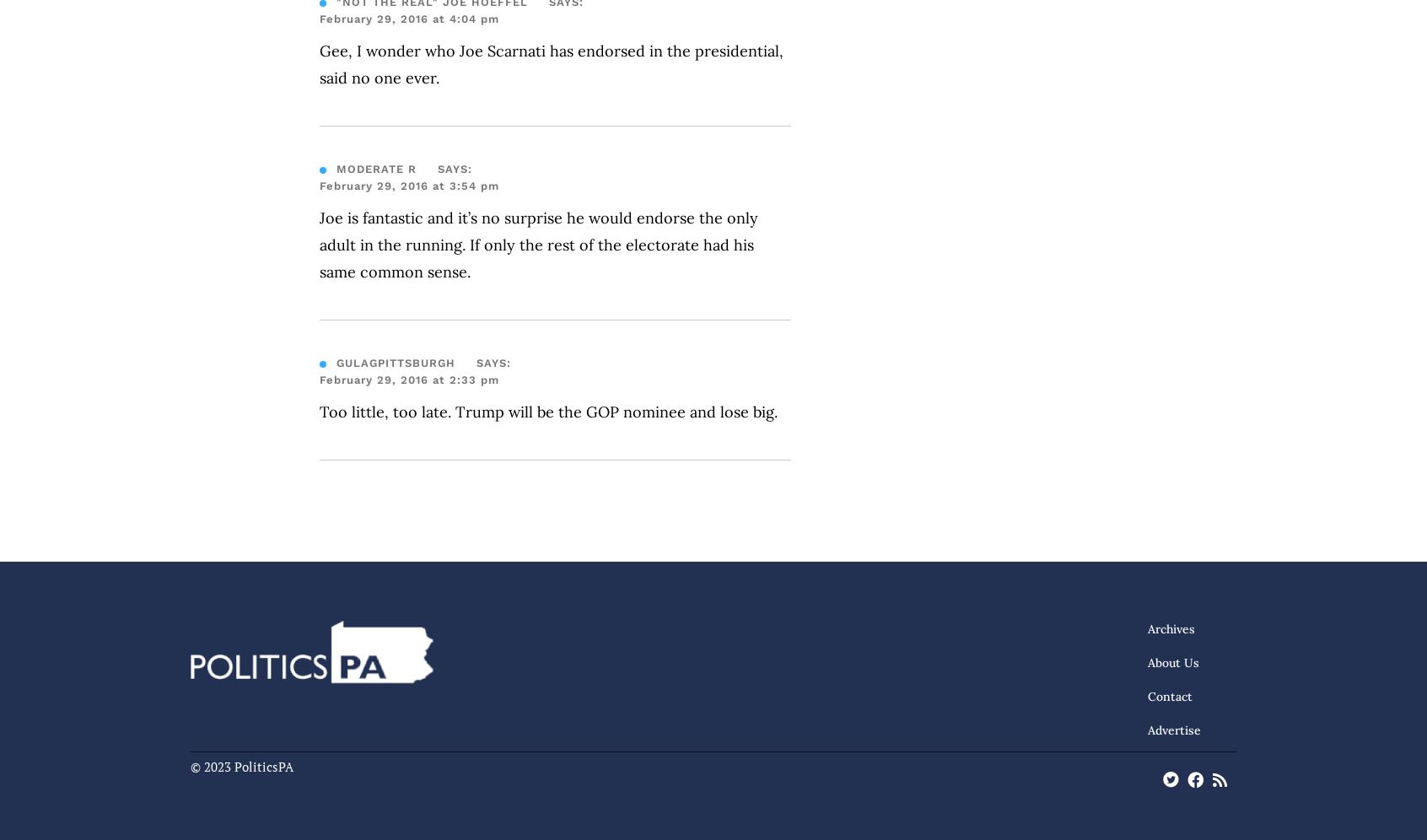 The height and width of the screenshot is (840, 1427). Describe the element at coordinates (1173, 730) in the screenshot. I see `'Advertise'` at that location.